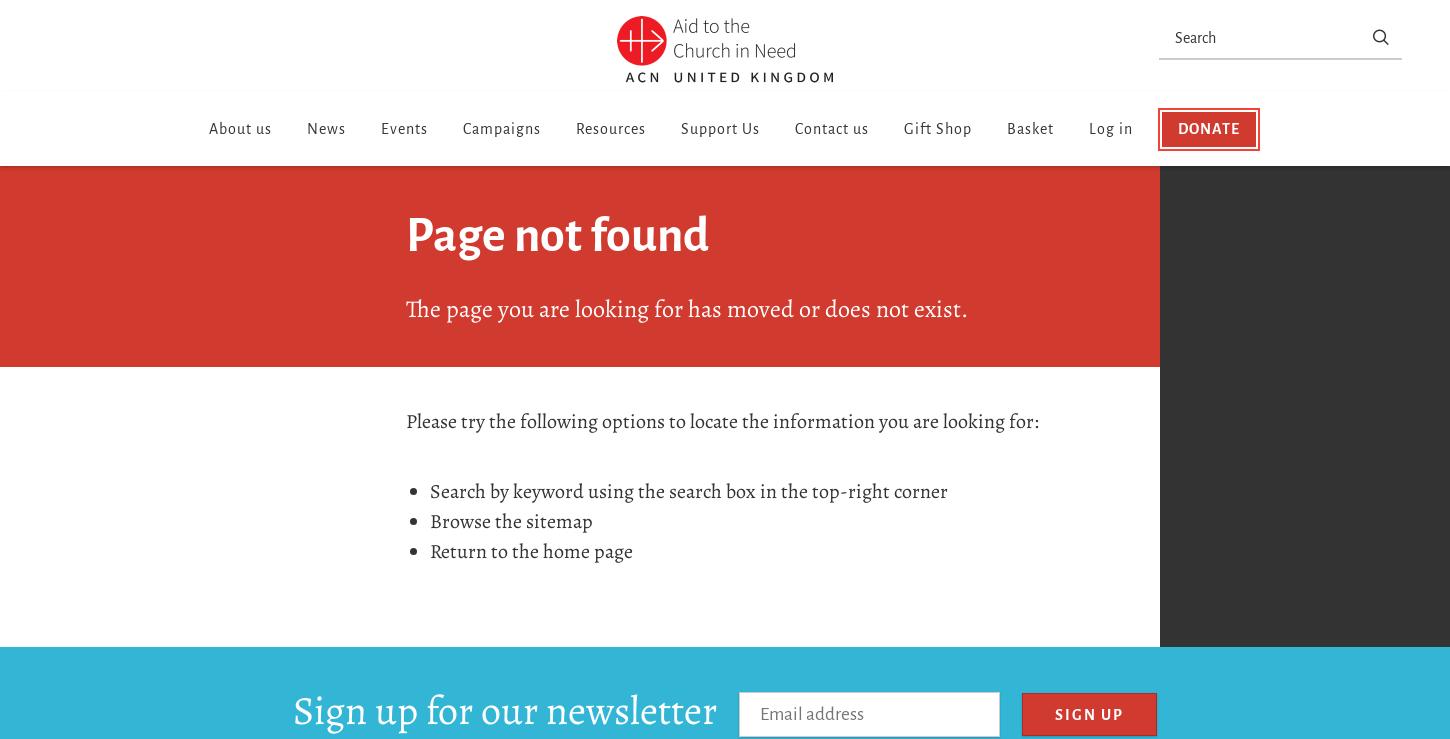  Describe the element at coordinates (429, 490) in the screenshot. I see `'Search by keyword using the search box in the top-right corner'` at that location.